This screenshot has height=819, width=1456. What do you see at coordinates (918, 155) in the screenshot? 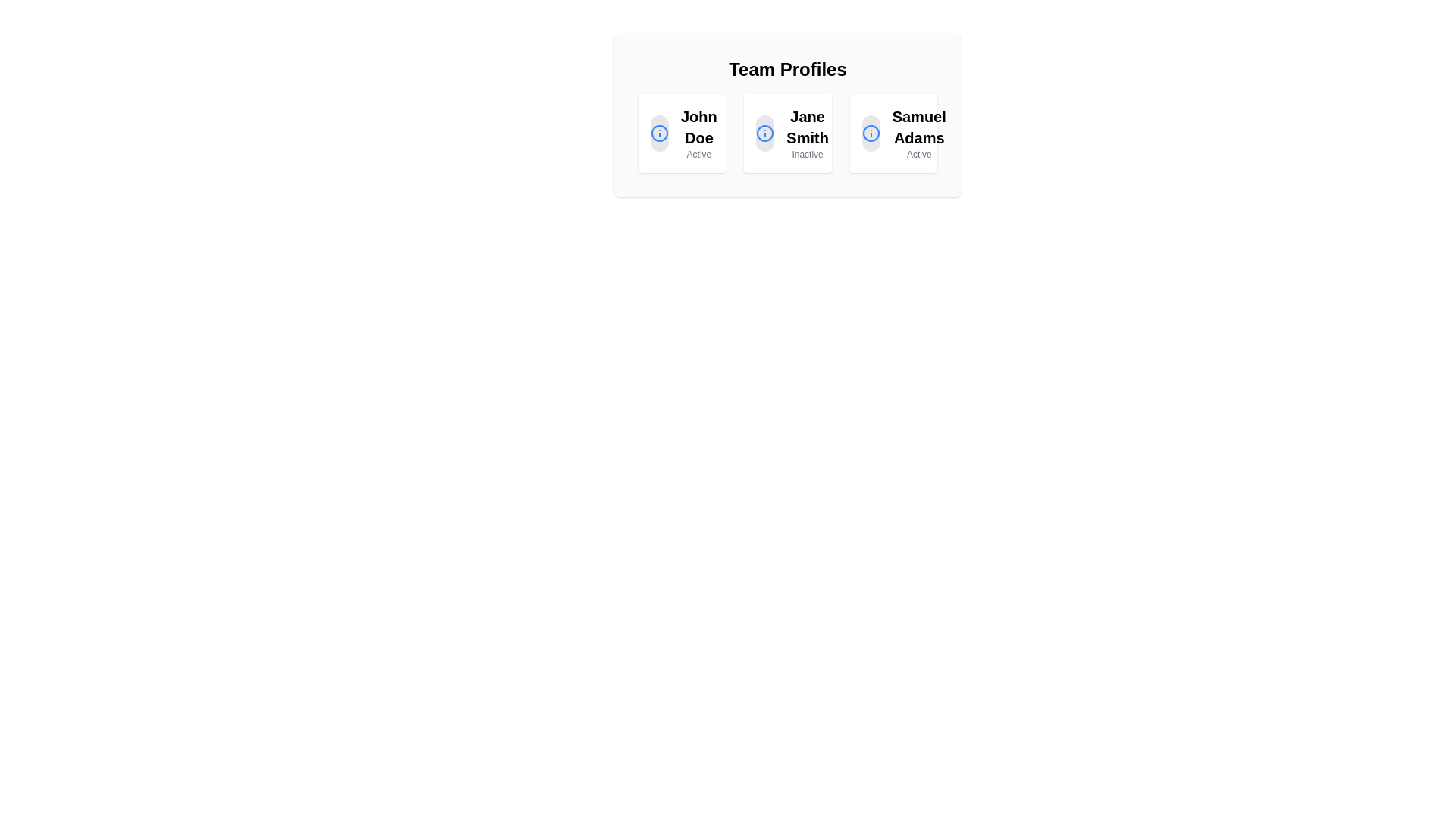
I see `the Static Text Label displaying 'Active' in gray color, positioned below 'Samuel Adams' in the profile card` at bounding box center [918, 155].